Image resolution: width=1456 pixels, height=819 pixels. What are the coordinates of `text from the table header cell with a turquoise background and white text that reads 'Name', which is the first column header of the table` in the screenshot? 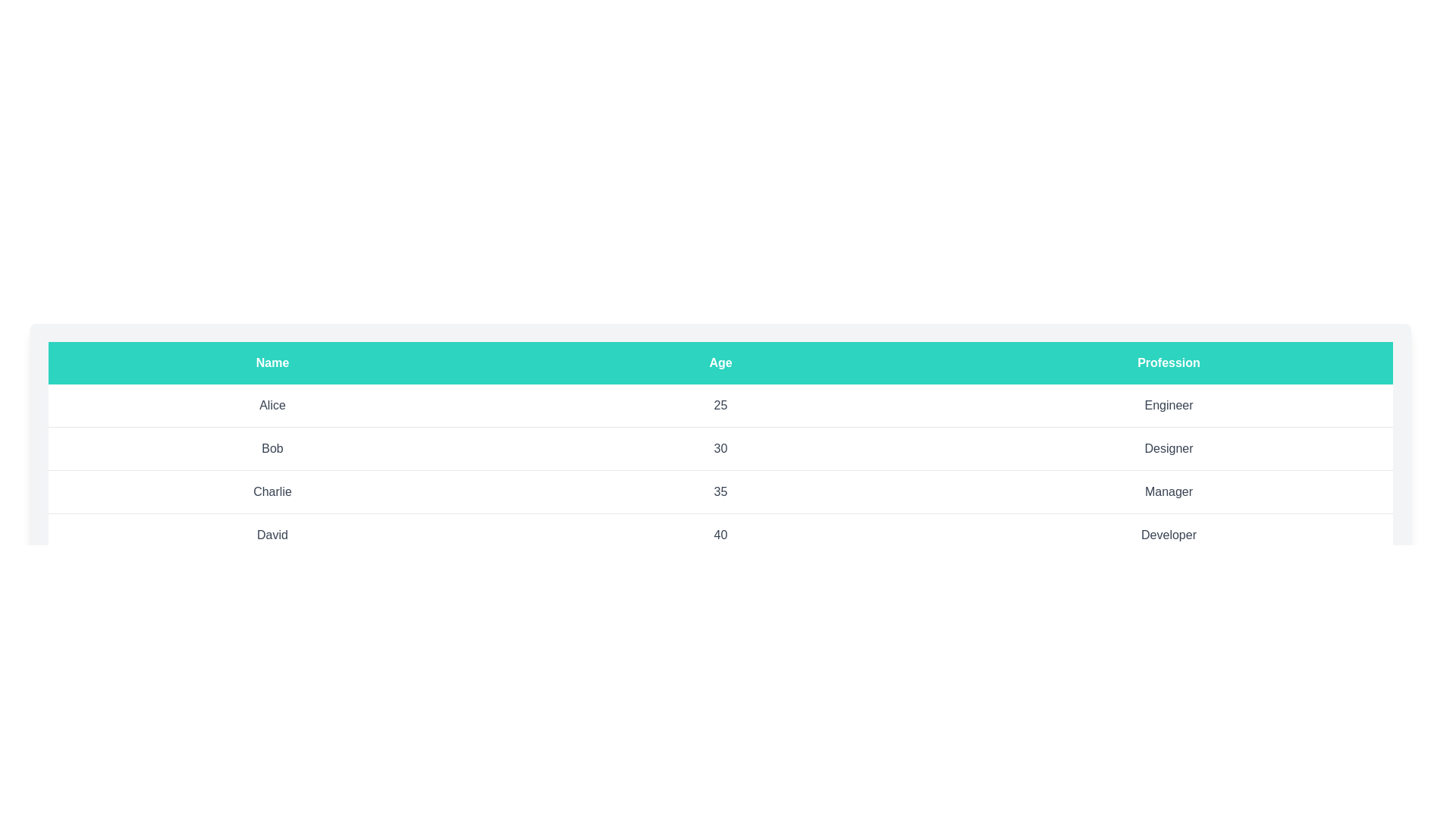 It's located at (272, 362).